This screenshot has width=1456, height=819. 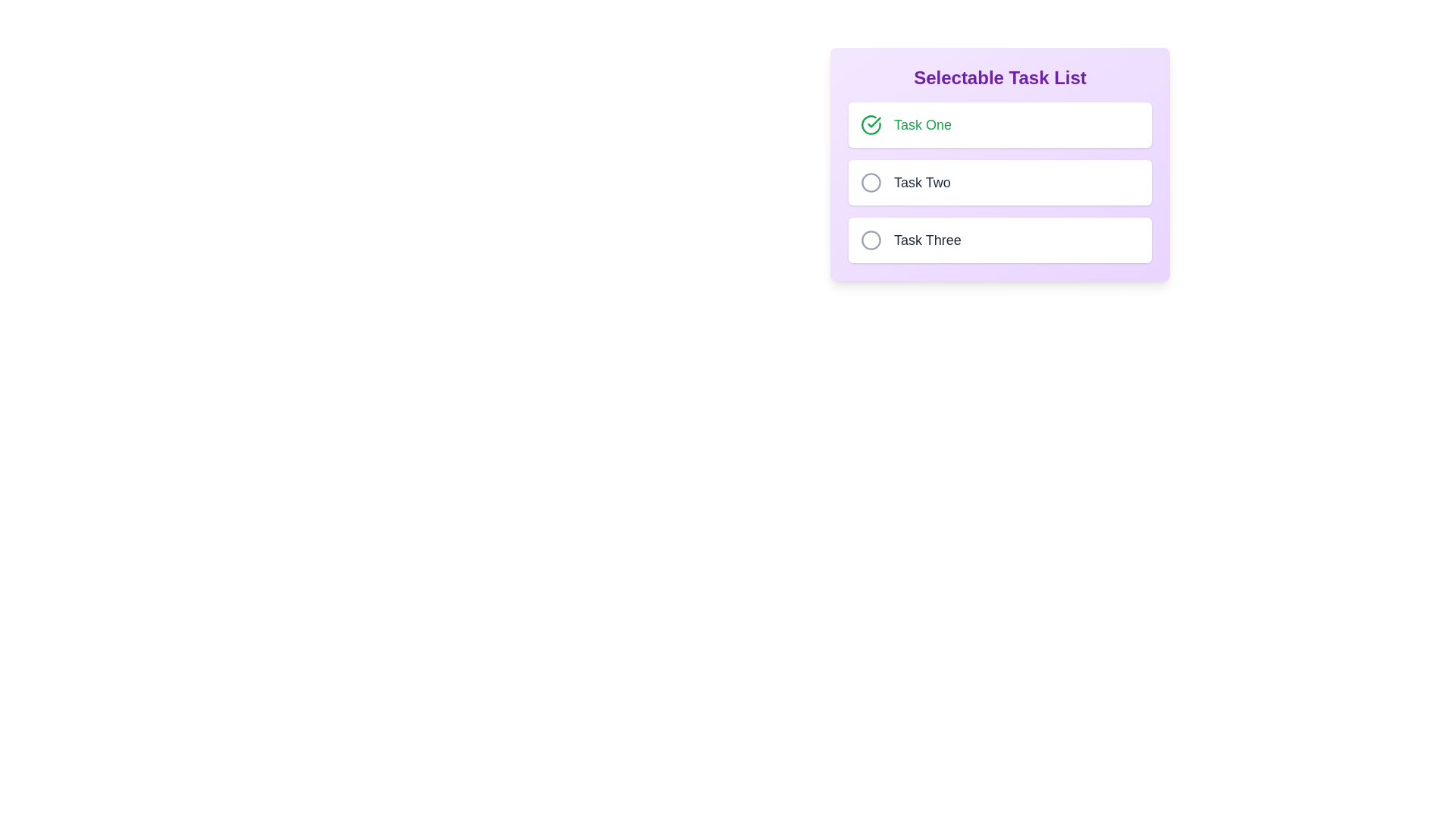 I want to click on the radio button with a gray border next to the text 'Task Three', so click(x=871, y=239).